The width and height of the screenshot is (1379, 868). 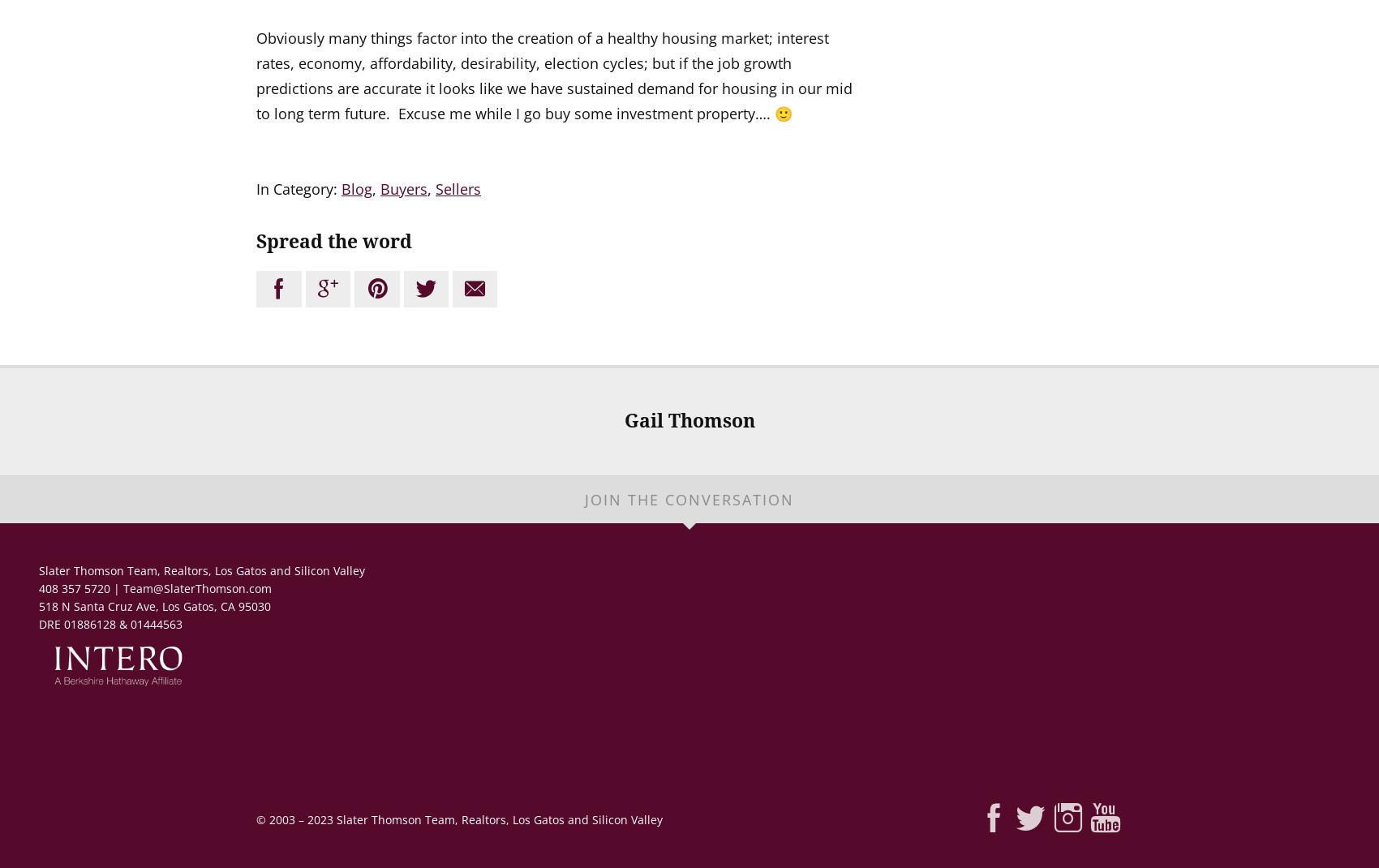 What do you see at coordinates (154, 587) in the screenshot?
I see `'408 357 5720 | Team@SlaterThomson.com'` at bounding box center [154, 587].